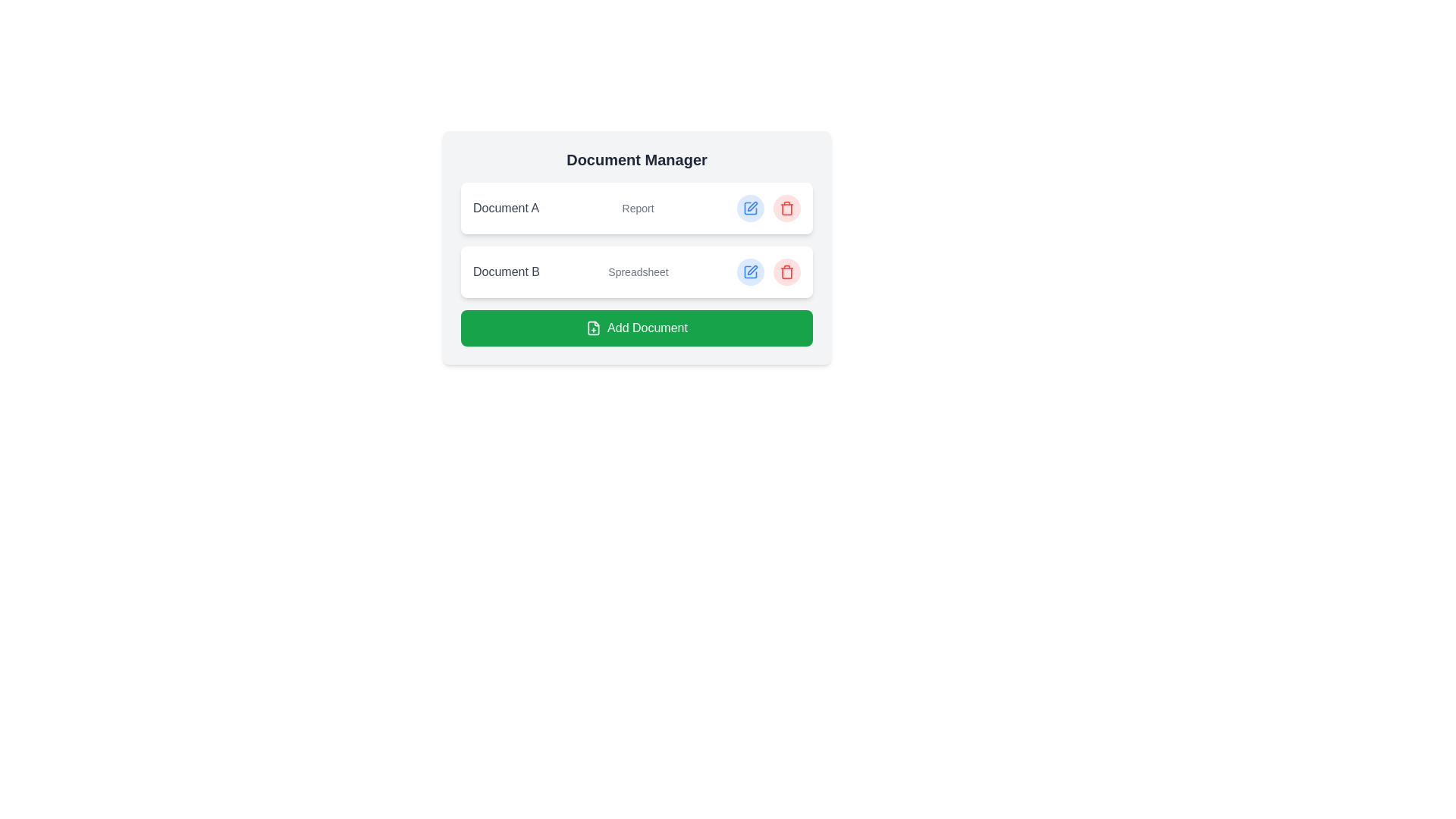 Image resolution: width=1456 pixels, height=819 pixels. I want to click on the pen icon within the blue circular button located to the right side of the row for 'Document B', so click(750, 208).